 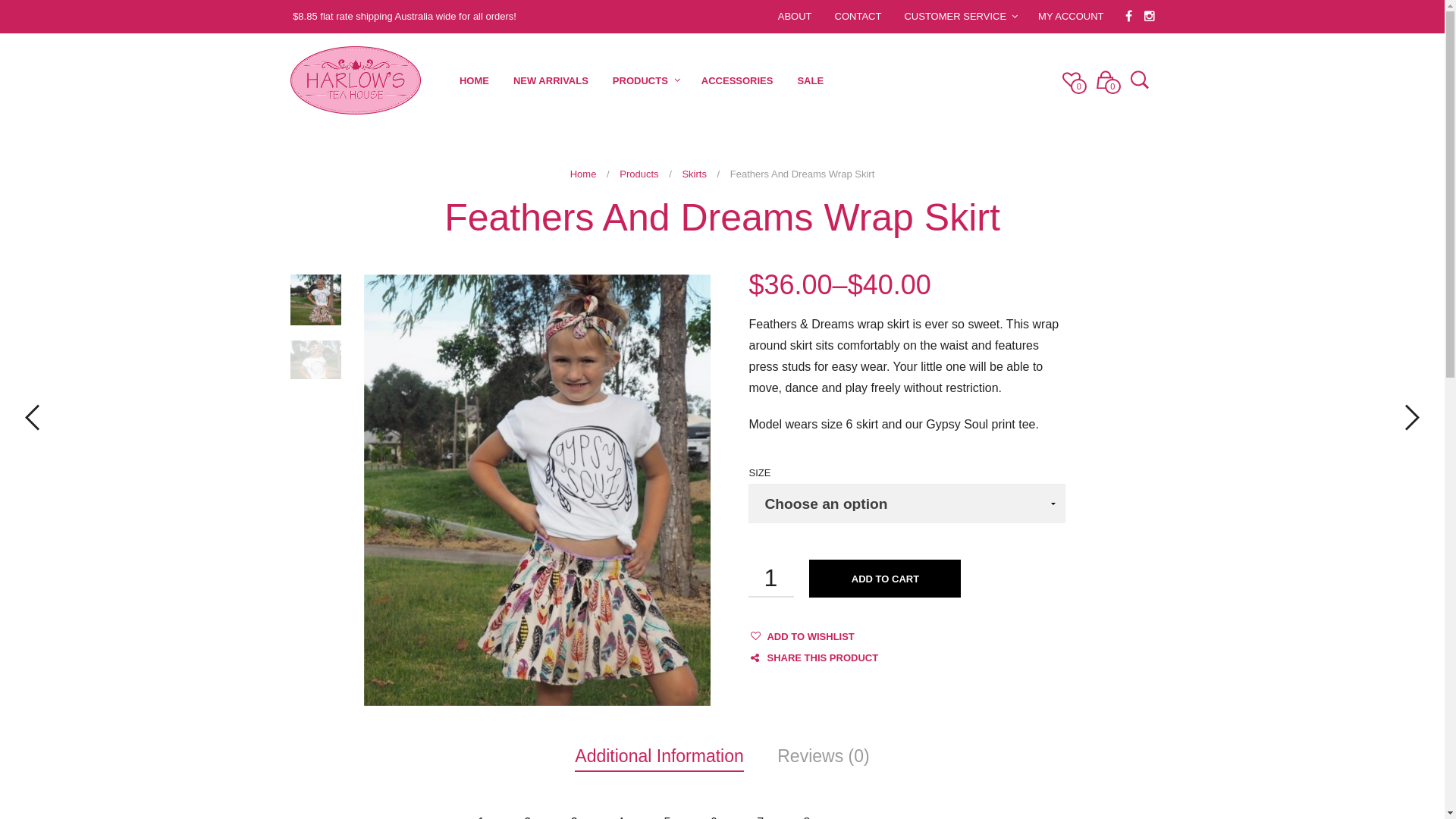 I want to click on 'PRODUCTS', so click(x=640, y=80).